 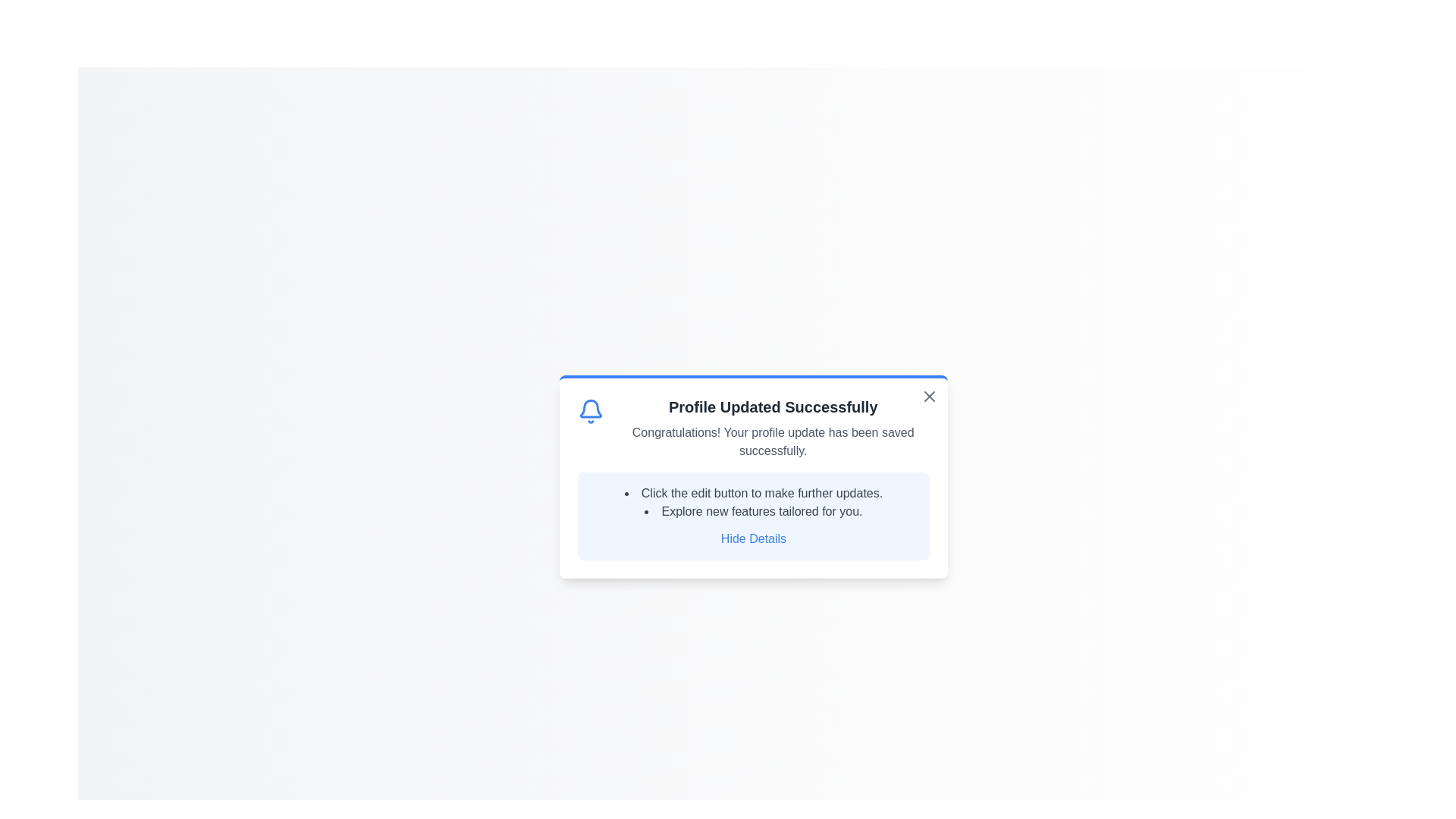 I want to click on the close button located at the top-right corner of the alert, so click(x=928, y=396).